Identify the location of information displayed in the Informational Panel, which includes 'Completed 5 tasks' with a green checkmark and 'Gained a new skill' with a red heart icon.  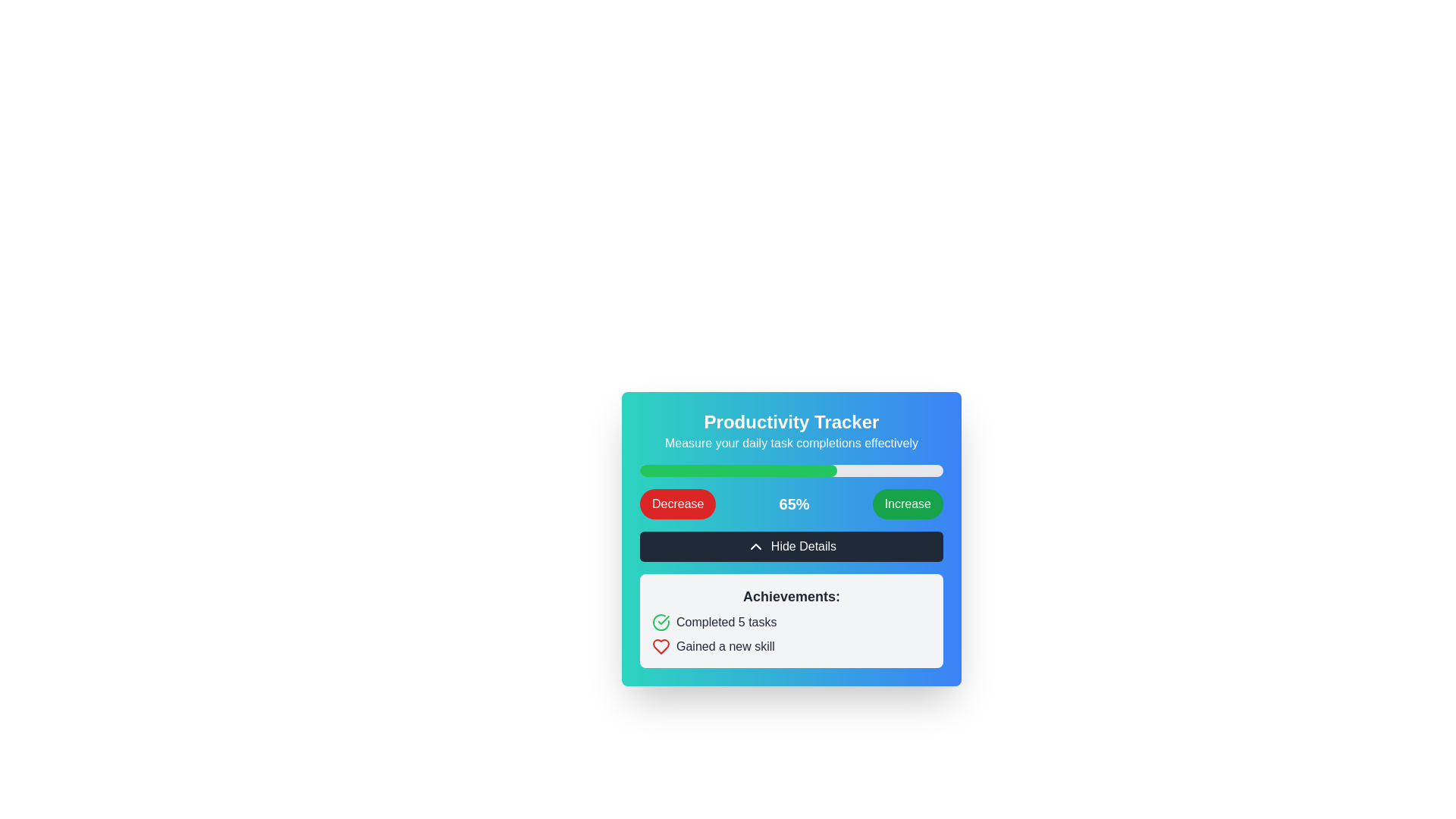
(790, 635).